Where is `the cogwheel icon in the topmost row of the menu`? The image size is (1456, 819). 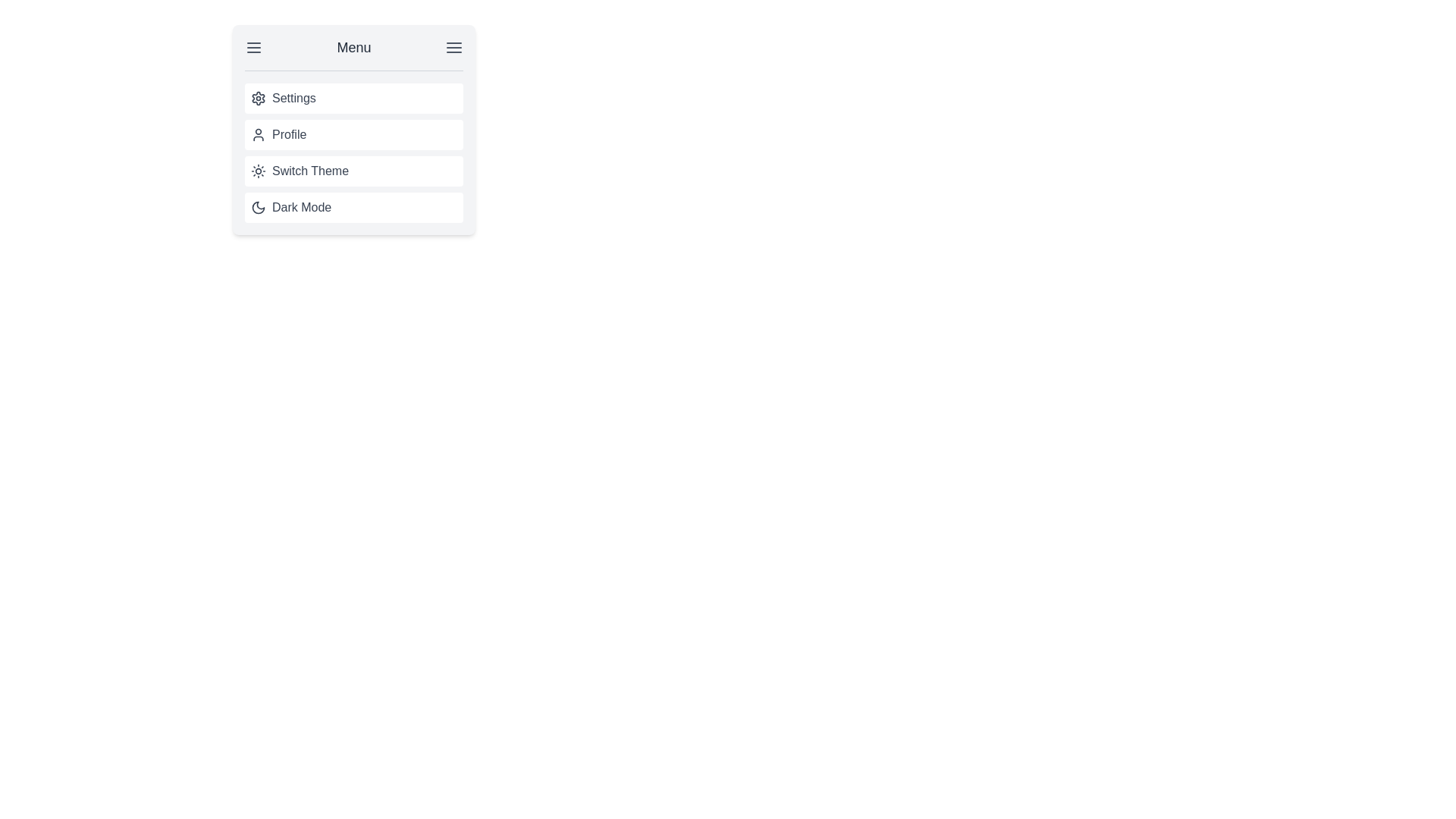 the cogwheel icon in the topmost row of the menu is located at coordinates (258, 97).